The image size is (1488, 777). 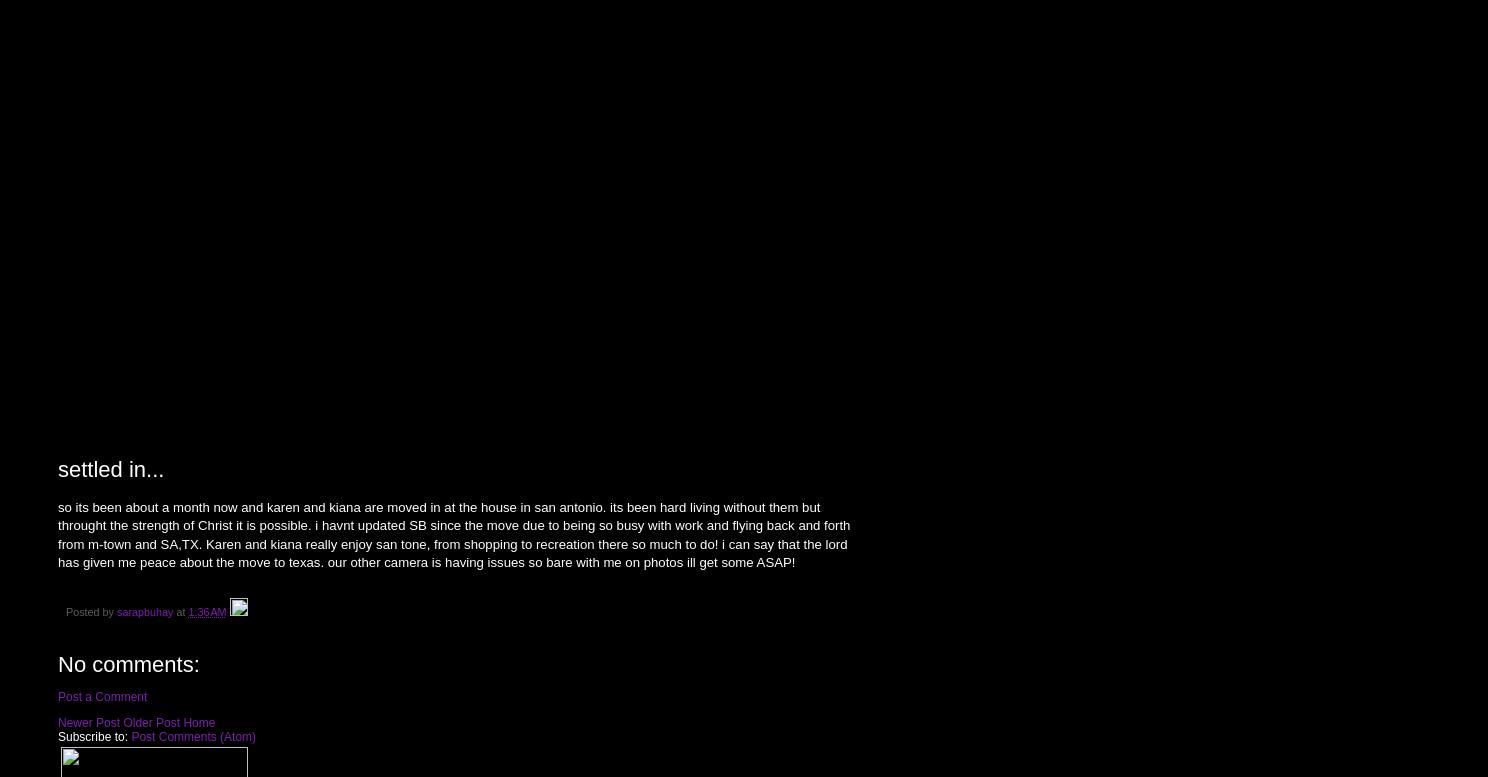 I want to click on 'Newer Post', so click(x=87, y=721).